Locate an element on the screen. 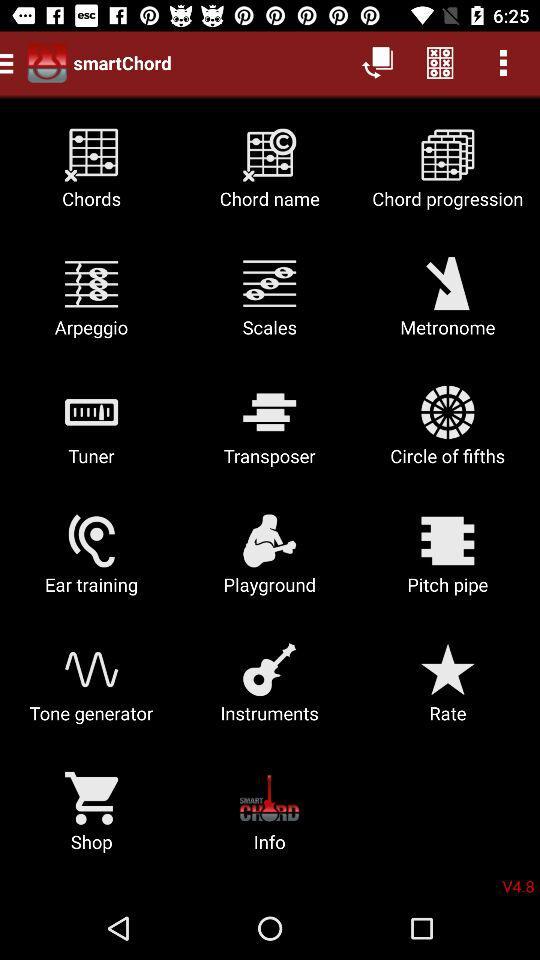  item to the left of pitch pipe icon is located at coordinates (269, 561).